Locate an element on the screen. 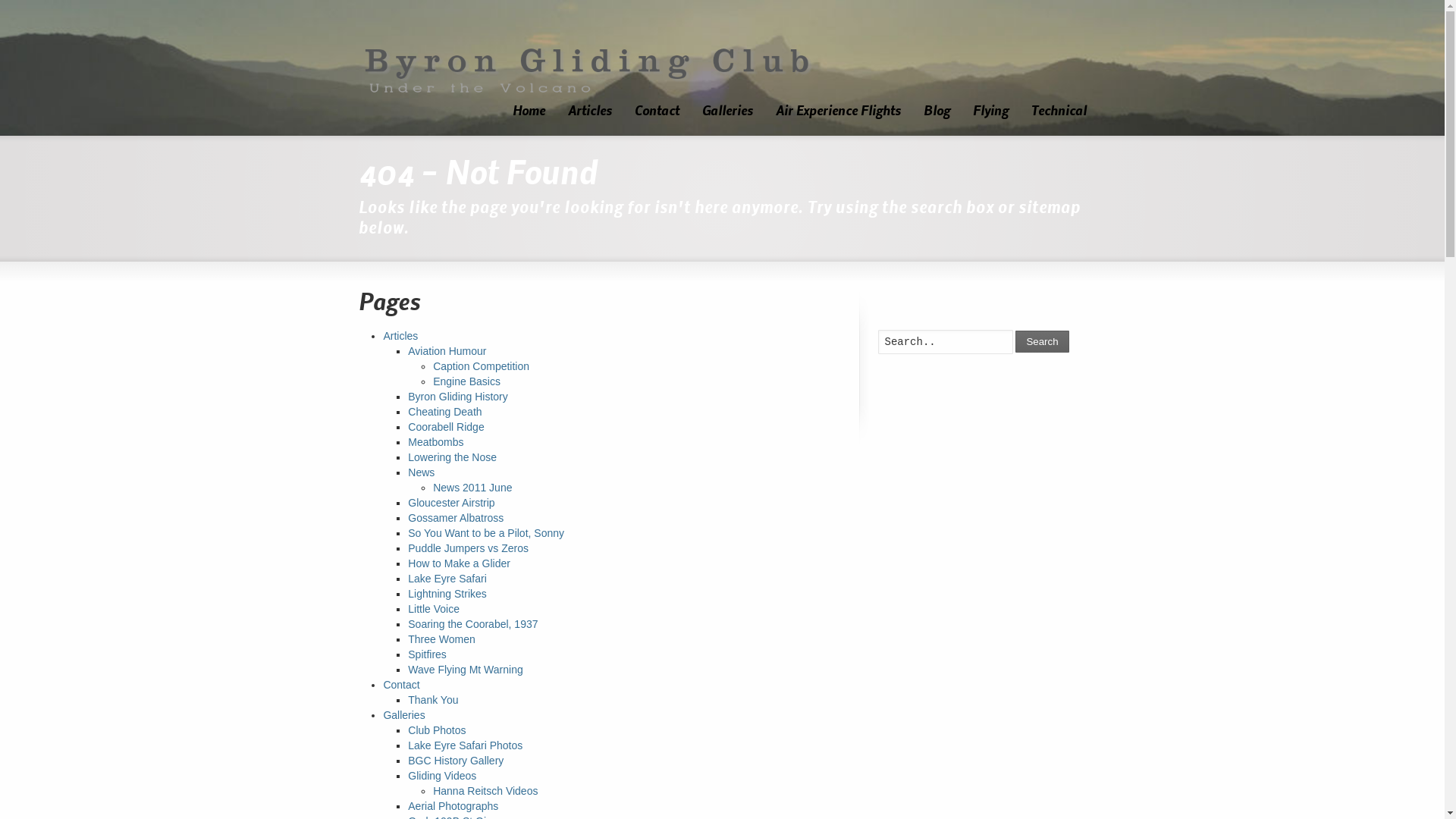  'Galleries' is located at coordinates (403, 714).